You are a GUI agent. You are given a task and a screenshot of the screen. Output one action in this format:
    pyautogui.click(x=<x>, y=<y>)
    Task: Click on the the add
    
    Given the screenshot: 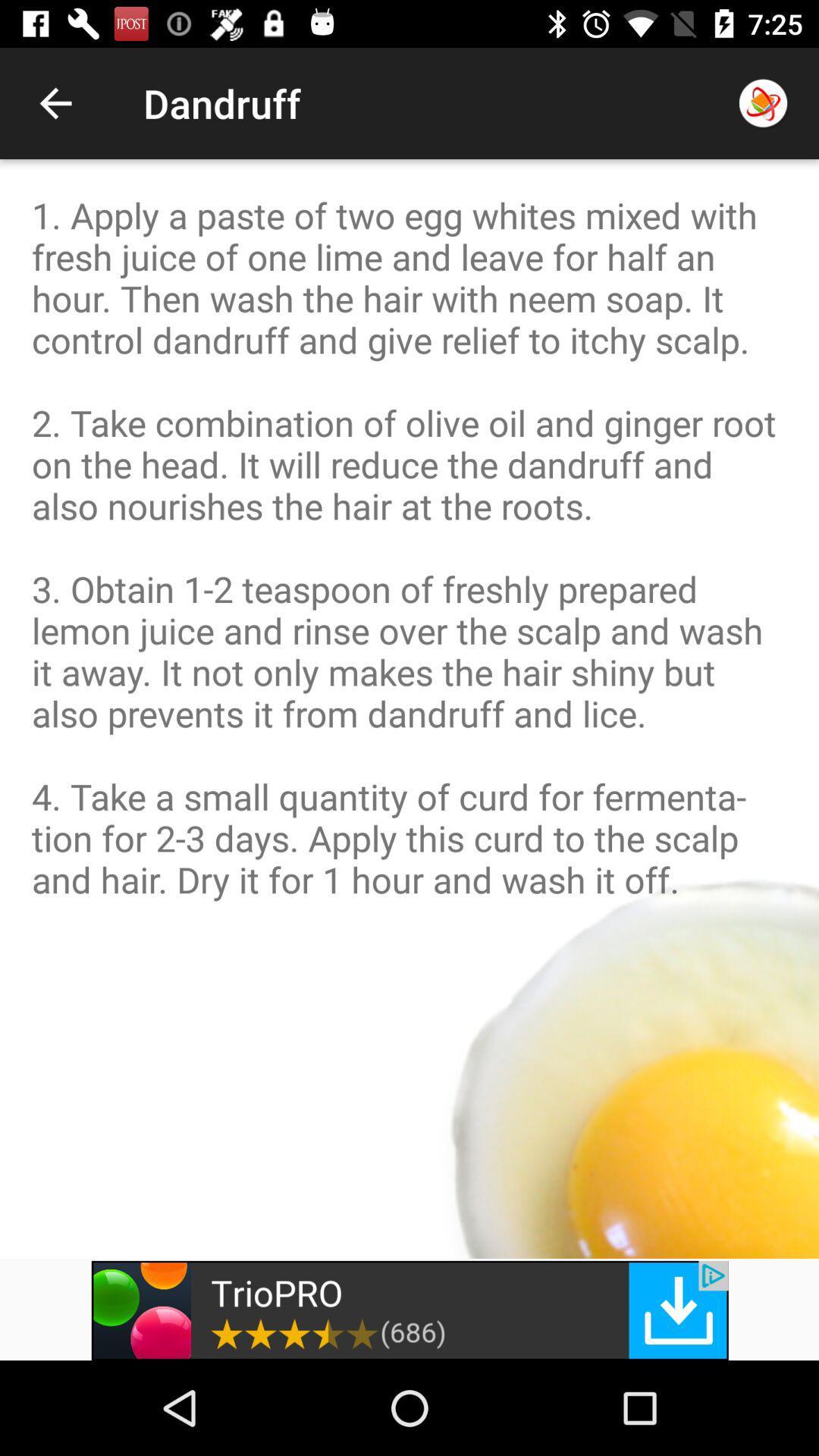 What is the action you would take?
    pyautogui.click(x=409, y=1310)
    